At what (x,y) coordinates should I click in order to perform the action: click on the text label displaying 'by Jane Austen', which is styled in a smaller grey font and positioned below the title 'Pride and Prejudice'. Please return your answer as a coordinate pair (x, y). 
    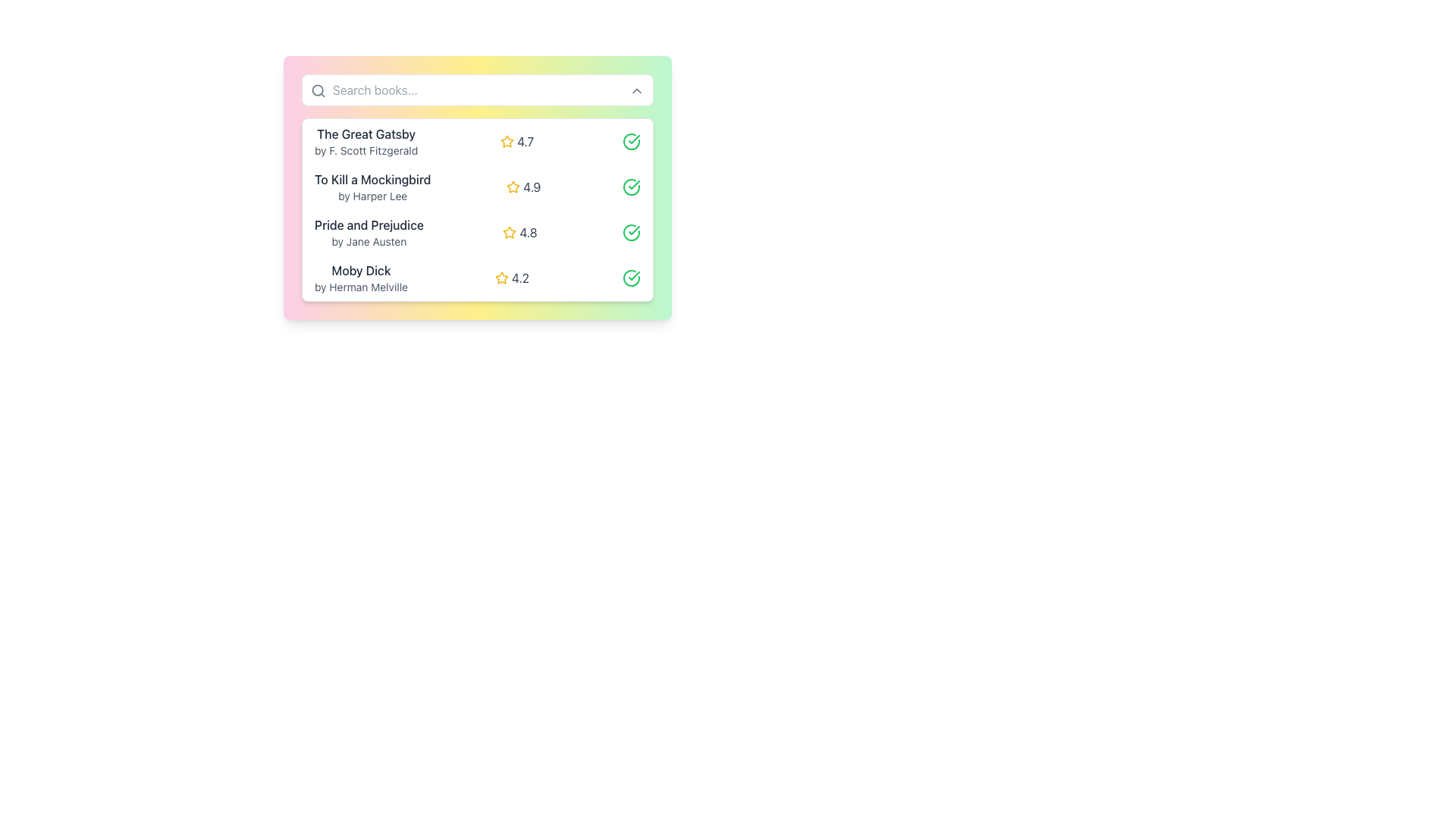
    Looking at the image, I should click on (369, 241).